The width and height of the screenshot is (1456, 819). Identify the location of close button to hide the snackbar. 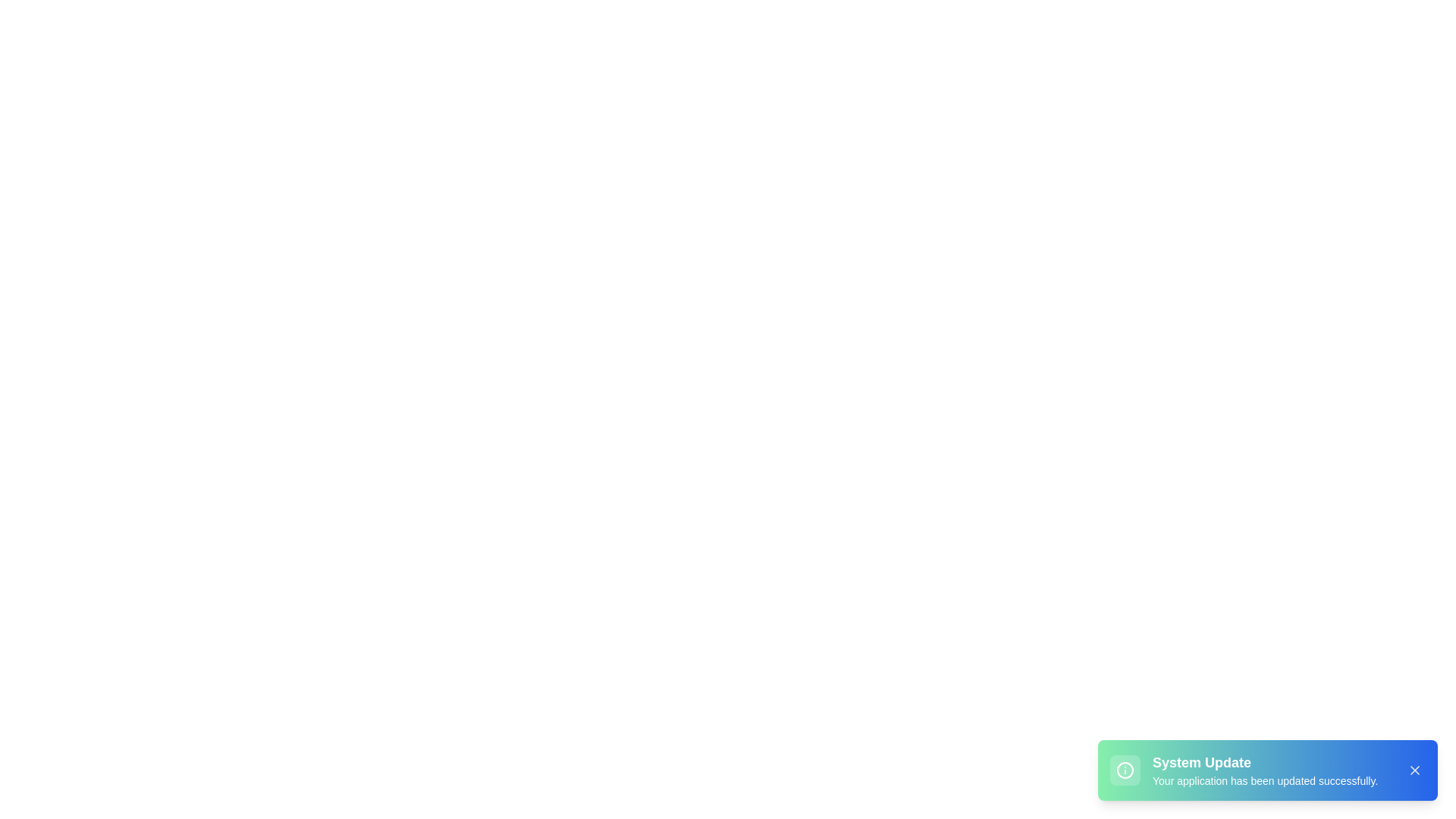
(1414, 770).